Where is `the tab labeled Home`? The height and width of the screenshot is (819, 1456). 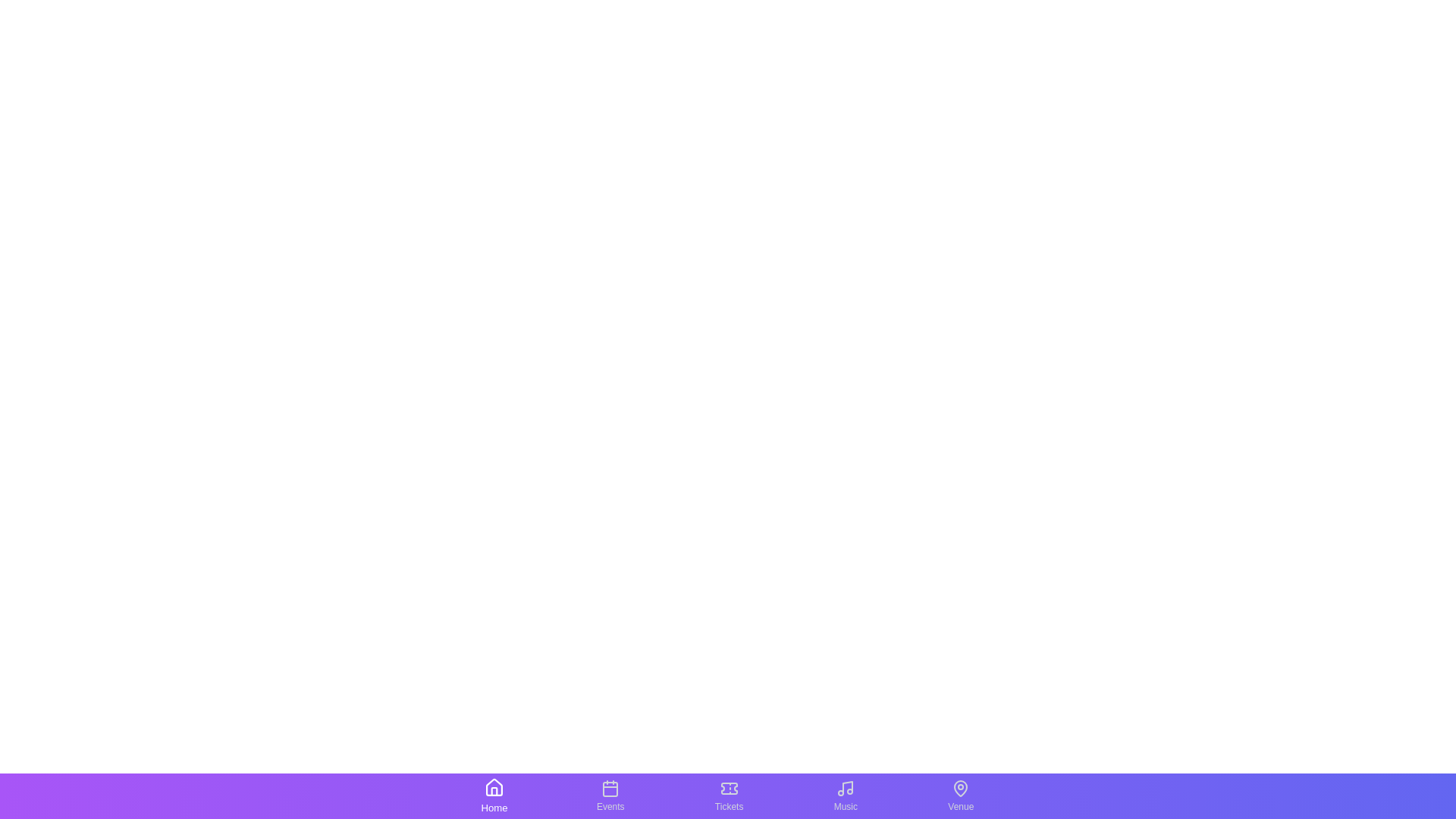
the tab labeled Home is located at coordinates (494, 795).